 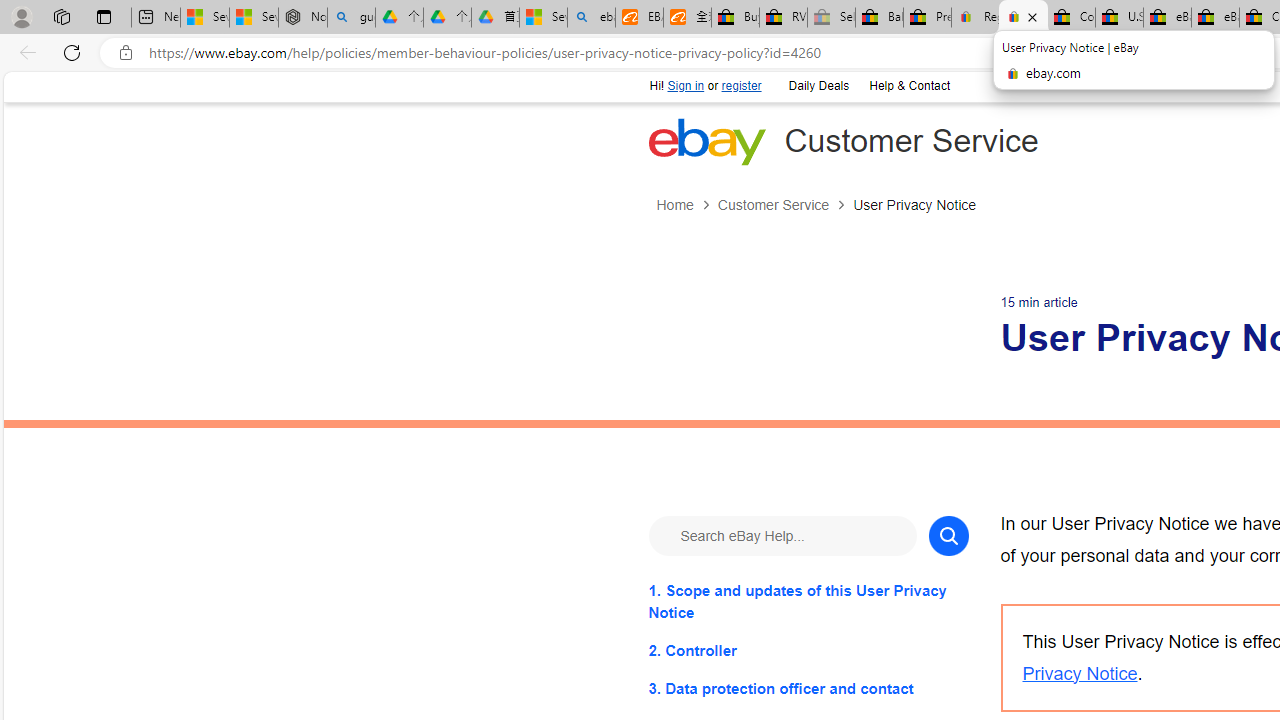 What do you see at coordinates (740, 85) in the screenshot?
I see `'register'` at bounding box center [740, 85].